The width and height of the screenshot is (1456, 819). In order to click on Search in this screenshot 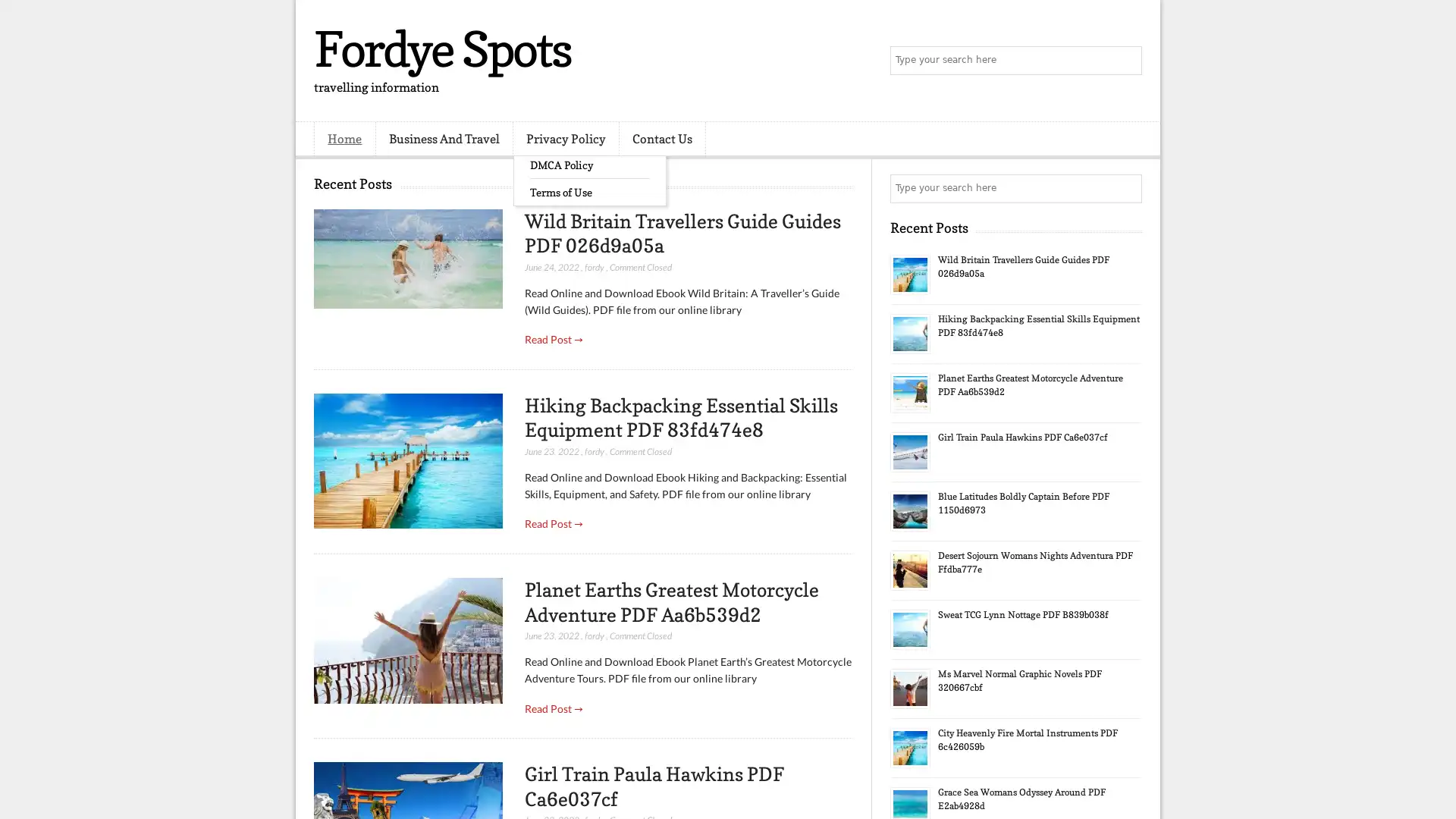, I will do `click(1126, 188)`.